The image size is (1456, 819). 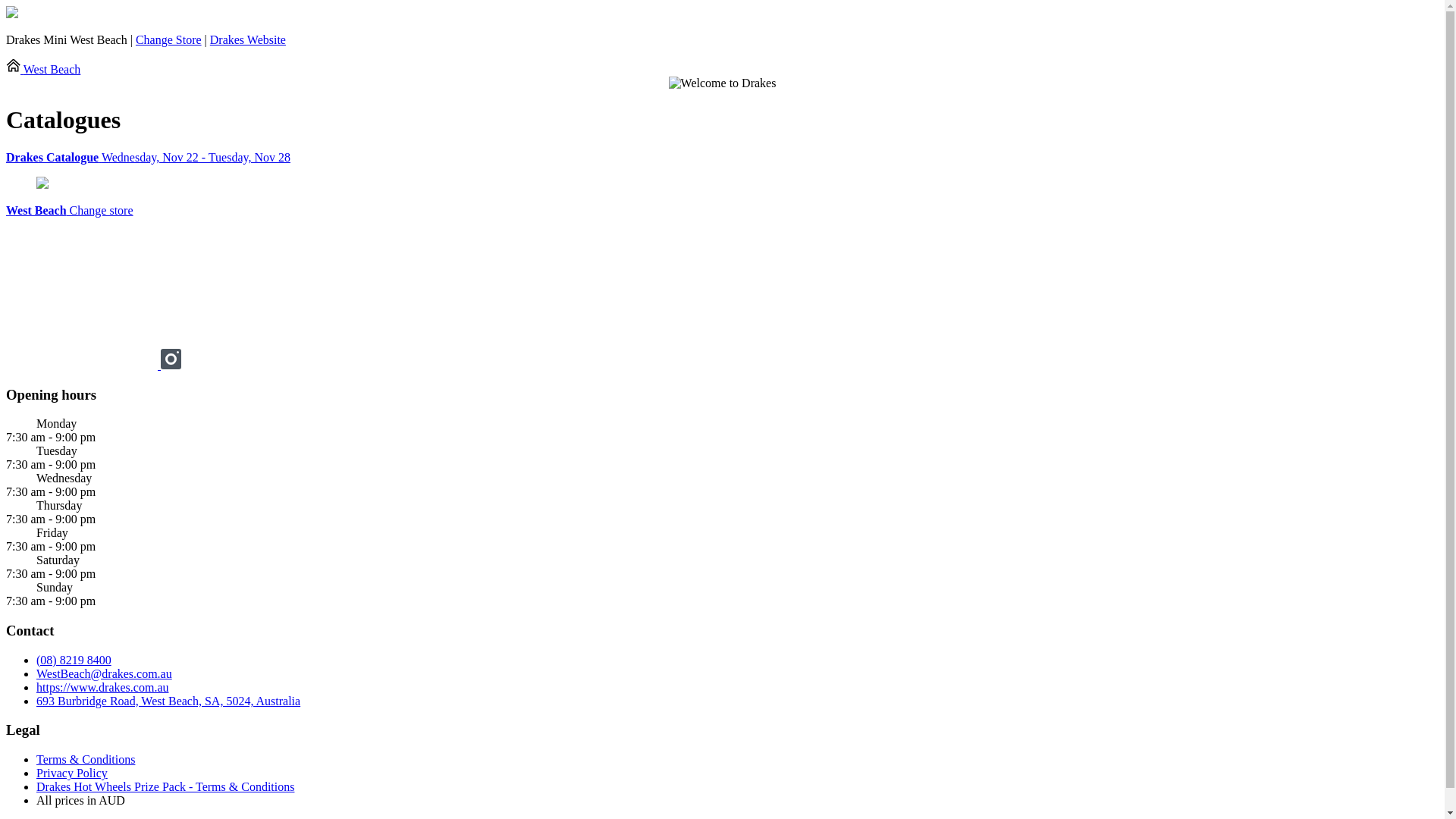 I want to click on 'West Beach', so click(x=43, y=69).